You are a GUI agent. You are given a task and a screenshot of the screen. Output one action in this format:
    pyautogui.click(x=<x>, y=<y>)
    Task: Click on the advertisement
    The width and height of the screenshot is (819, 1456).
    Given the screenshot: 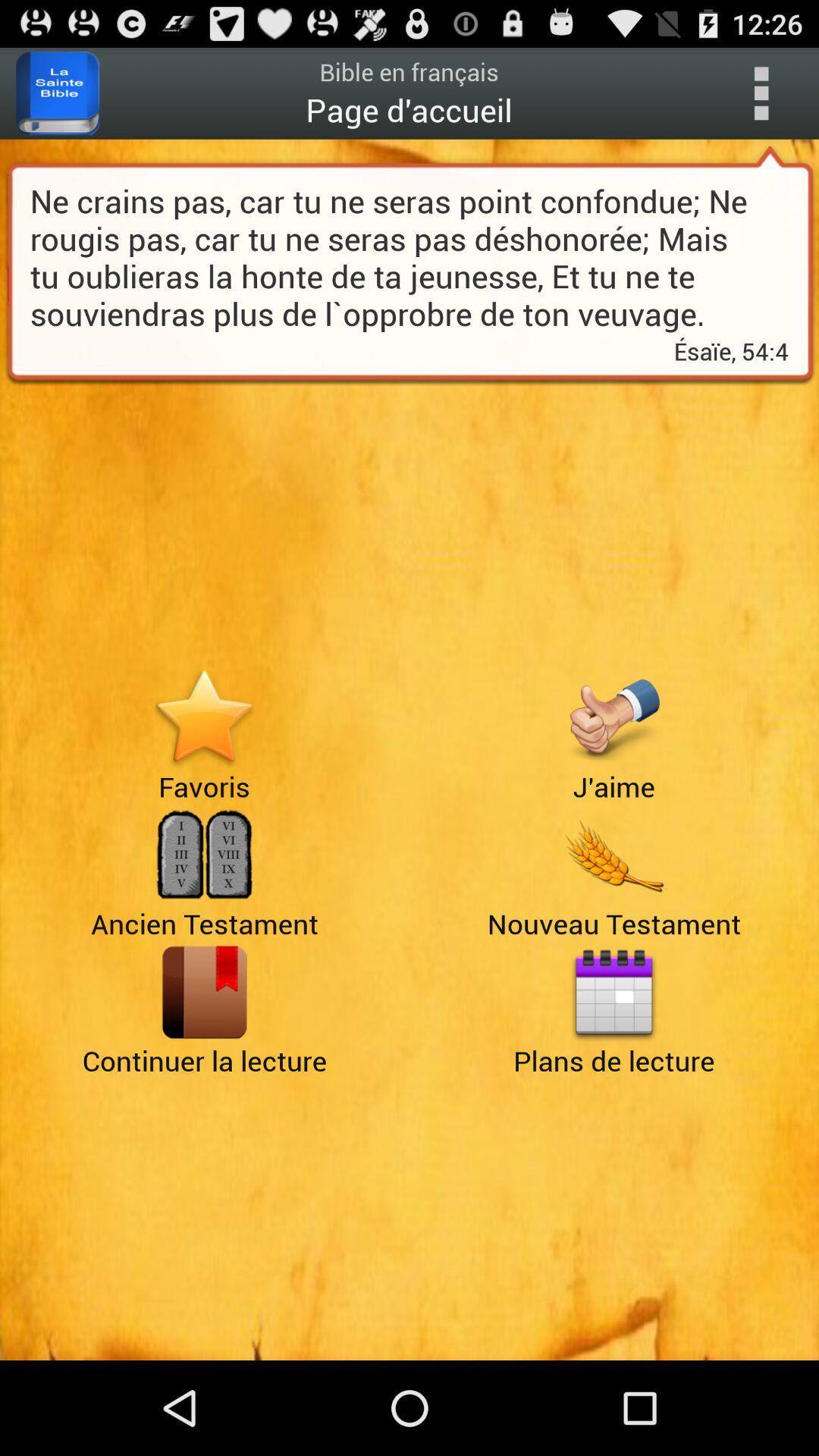 What is the action you would take?
    pyautogui.click(x=203, y=717)
    